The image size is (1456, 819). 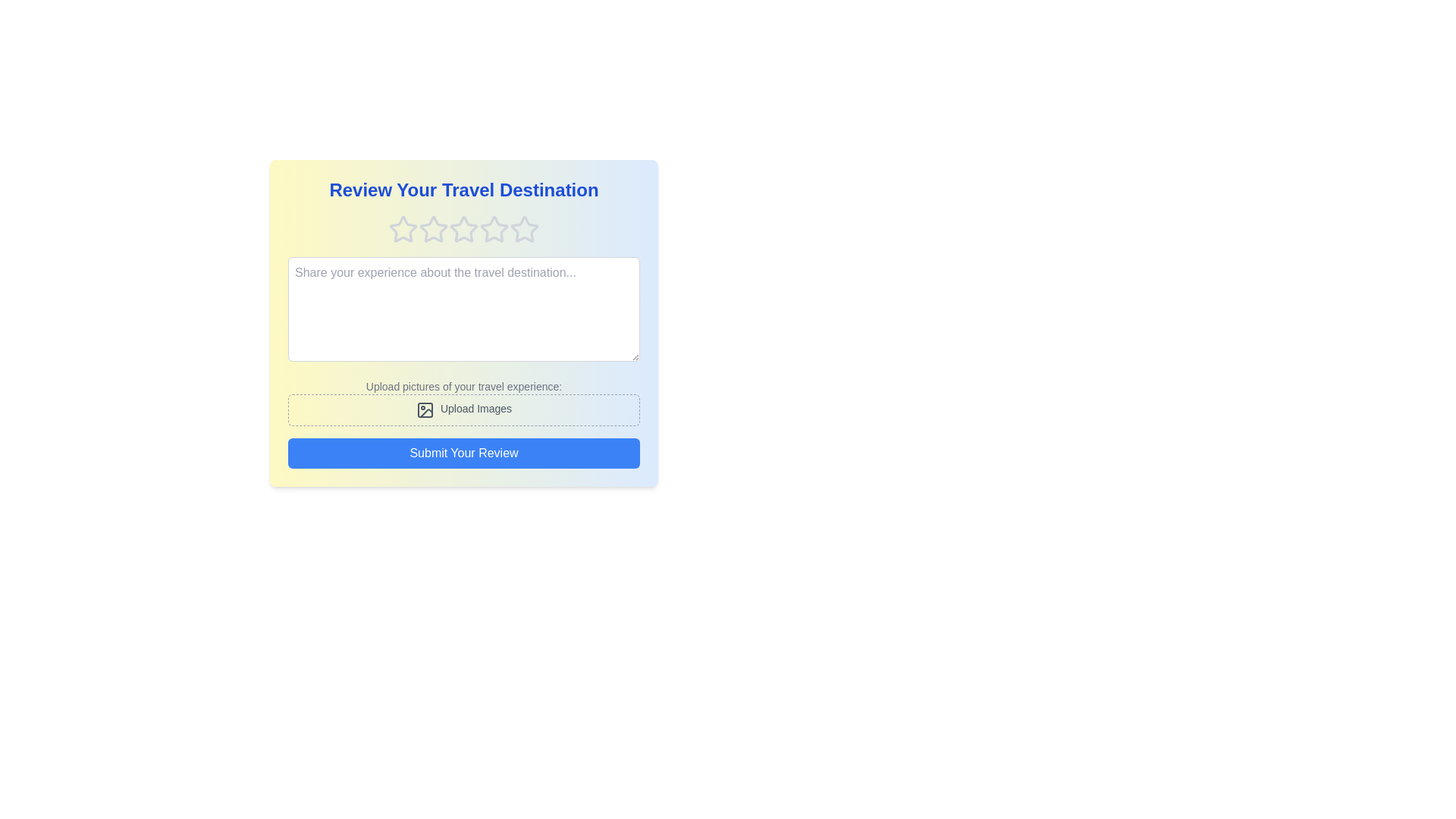 What do you see at coordinates (494, 230) in the screenshot?
I see `the star corresponding to the rating 4` at bounding box center [494, 230].